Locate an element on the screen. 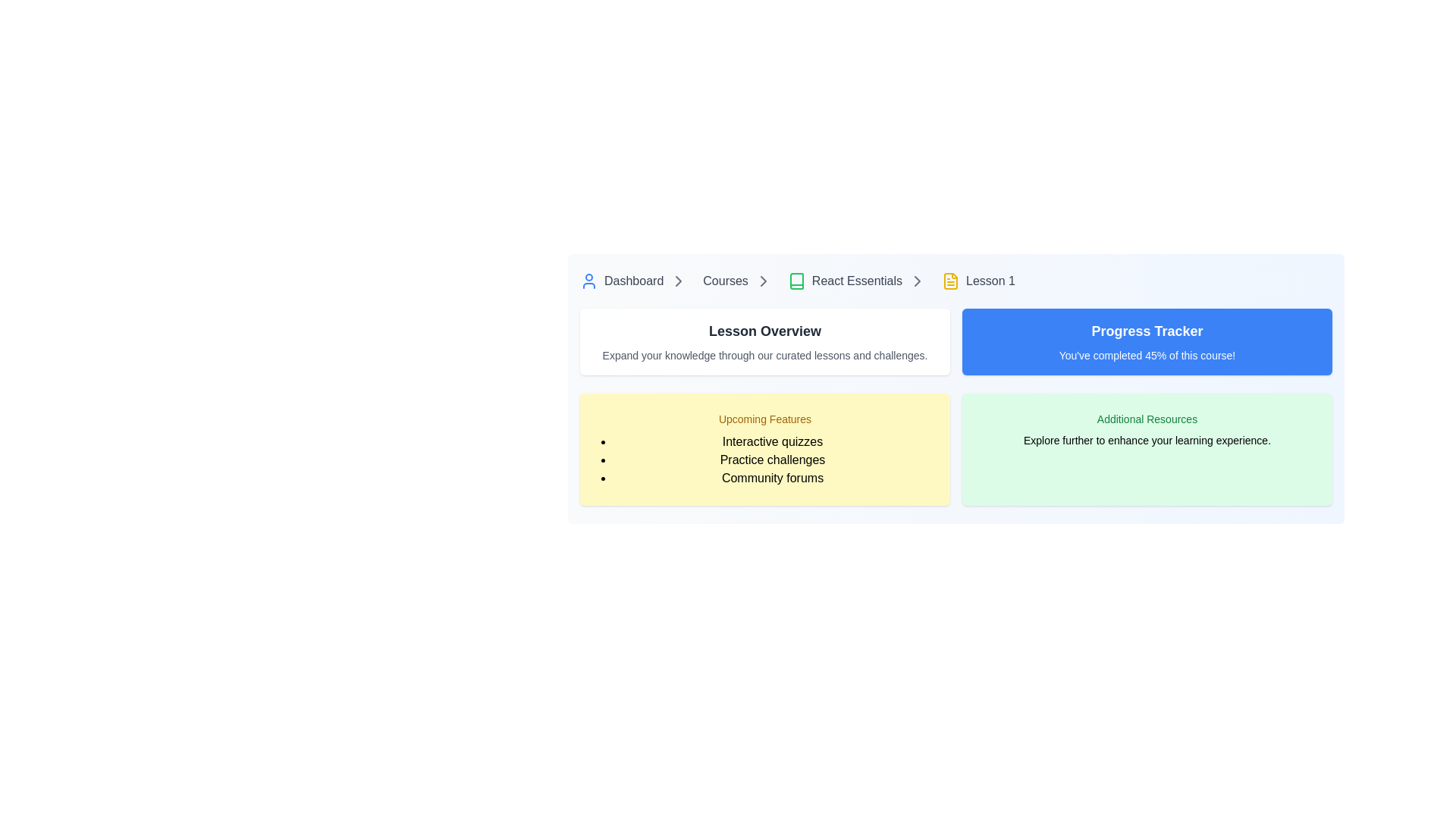 The height and width of the screenshot is (819, 1456). the informational text label that guides users to community forums, located in the bullet list under 'Upcoming Features' within a yellow panel is located at coordinates (772, 479).